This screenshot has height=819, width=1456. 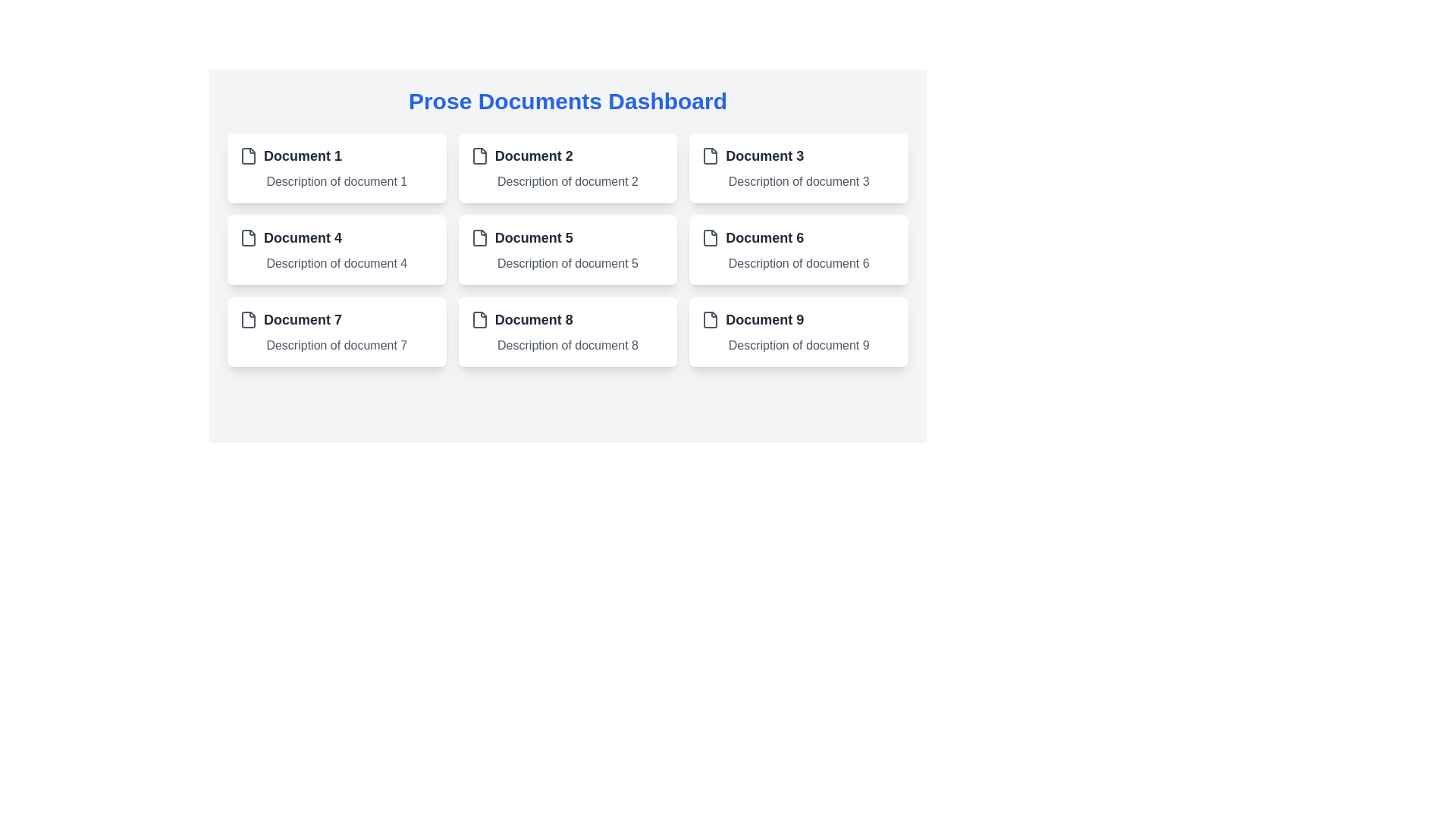 What do you see at coordinates (248, 318) in the screenshot?
I see `the document representation icon located in the bottom-left card of the grid layout, specifically in the third row and first column` at bounding box center [248, 318].